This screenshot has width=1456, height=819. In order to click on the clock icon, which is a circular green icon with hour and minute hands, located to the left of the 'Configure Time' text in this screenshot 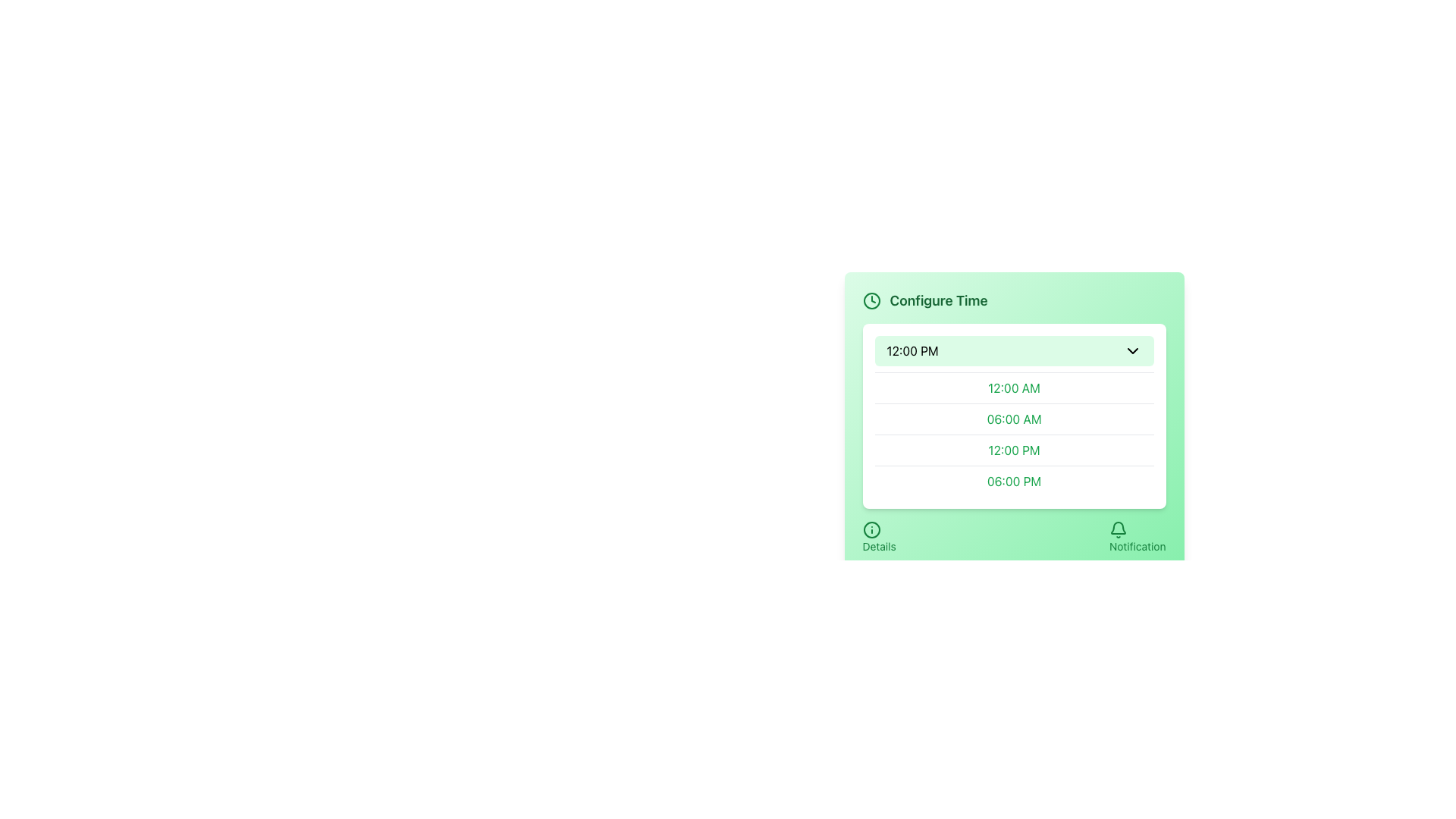, I will do `click(871, 301)`.